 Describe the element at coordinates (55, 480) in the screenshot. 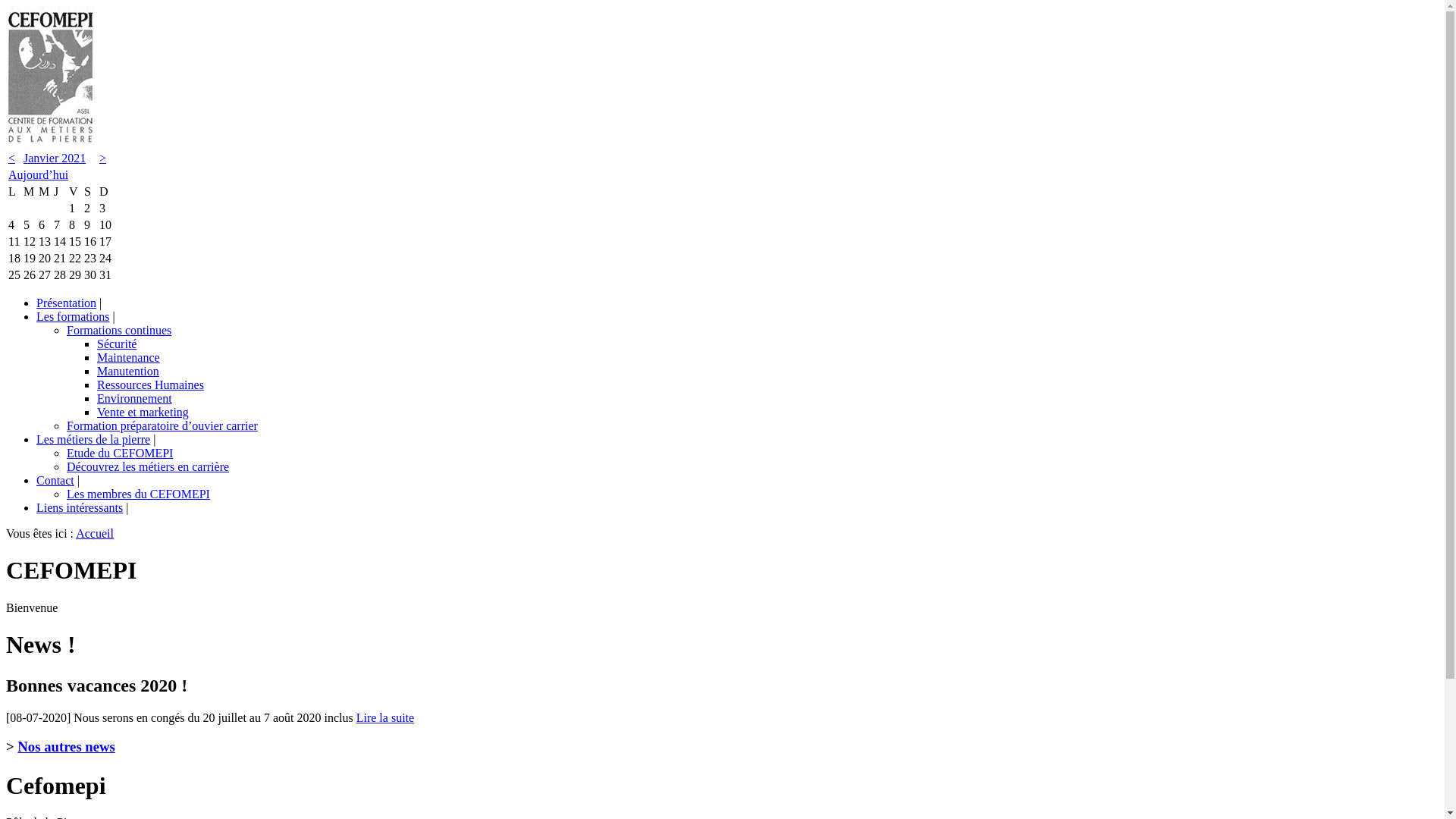

I see `'Contact'` at that location.